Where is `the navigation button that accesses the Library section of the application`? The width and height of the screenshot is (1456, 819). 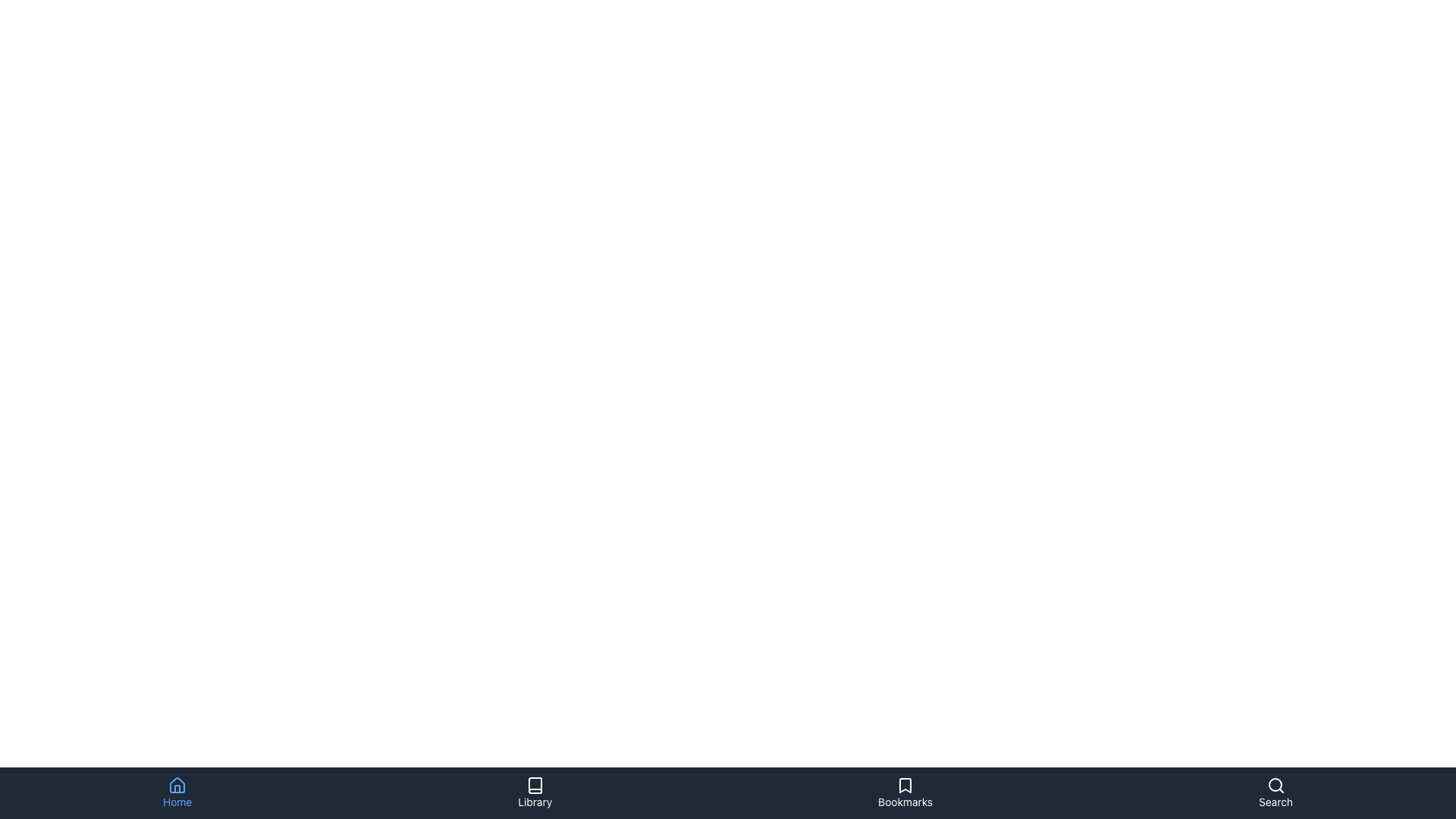
the navigation button that accesses the Library section of the application is located at coordinates (535, 785).